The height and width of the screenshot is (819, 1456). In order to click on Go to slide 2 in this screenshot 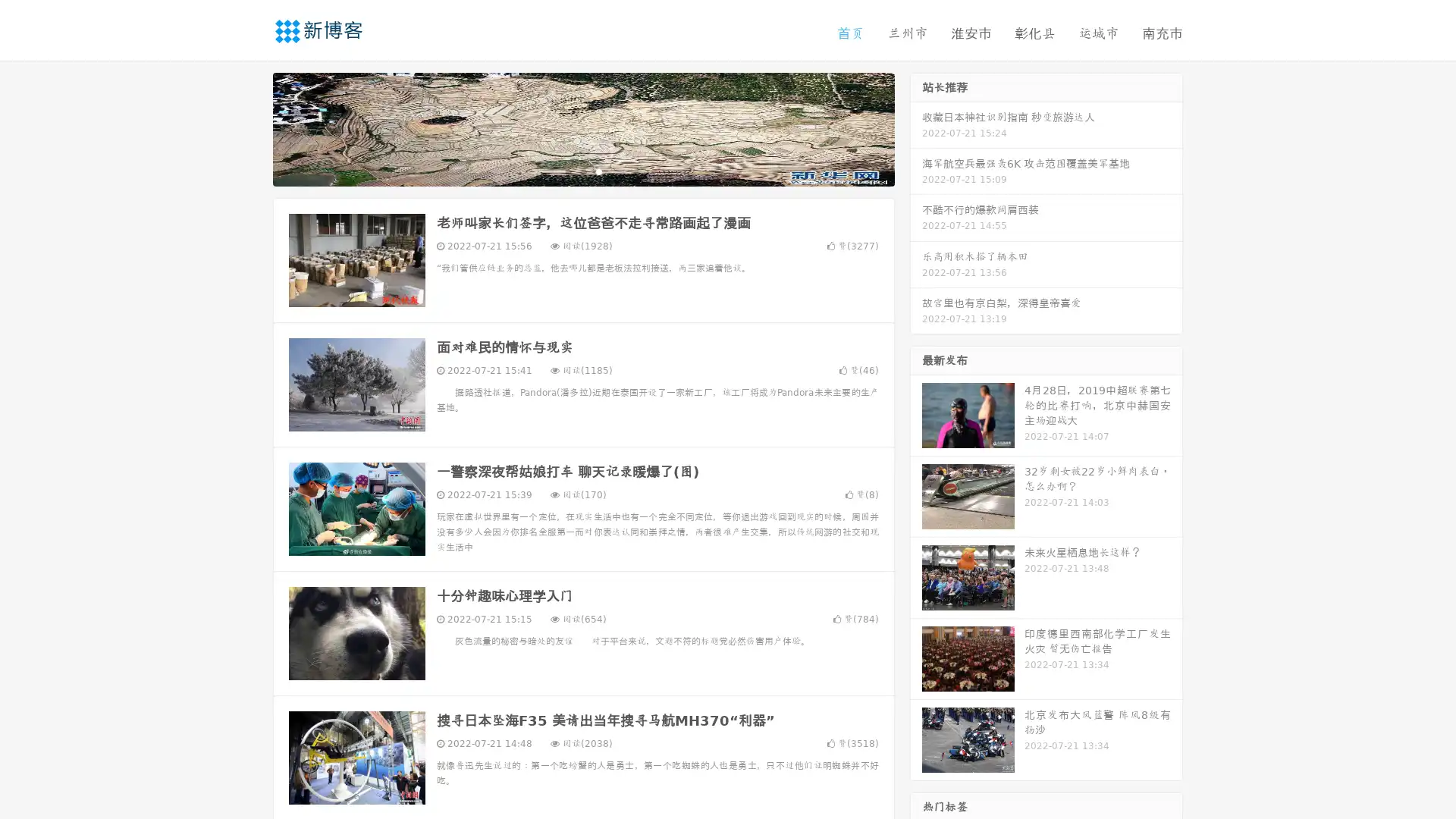, I will do `click(582, 171)`.